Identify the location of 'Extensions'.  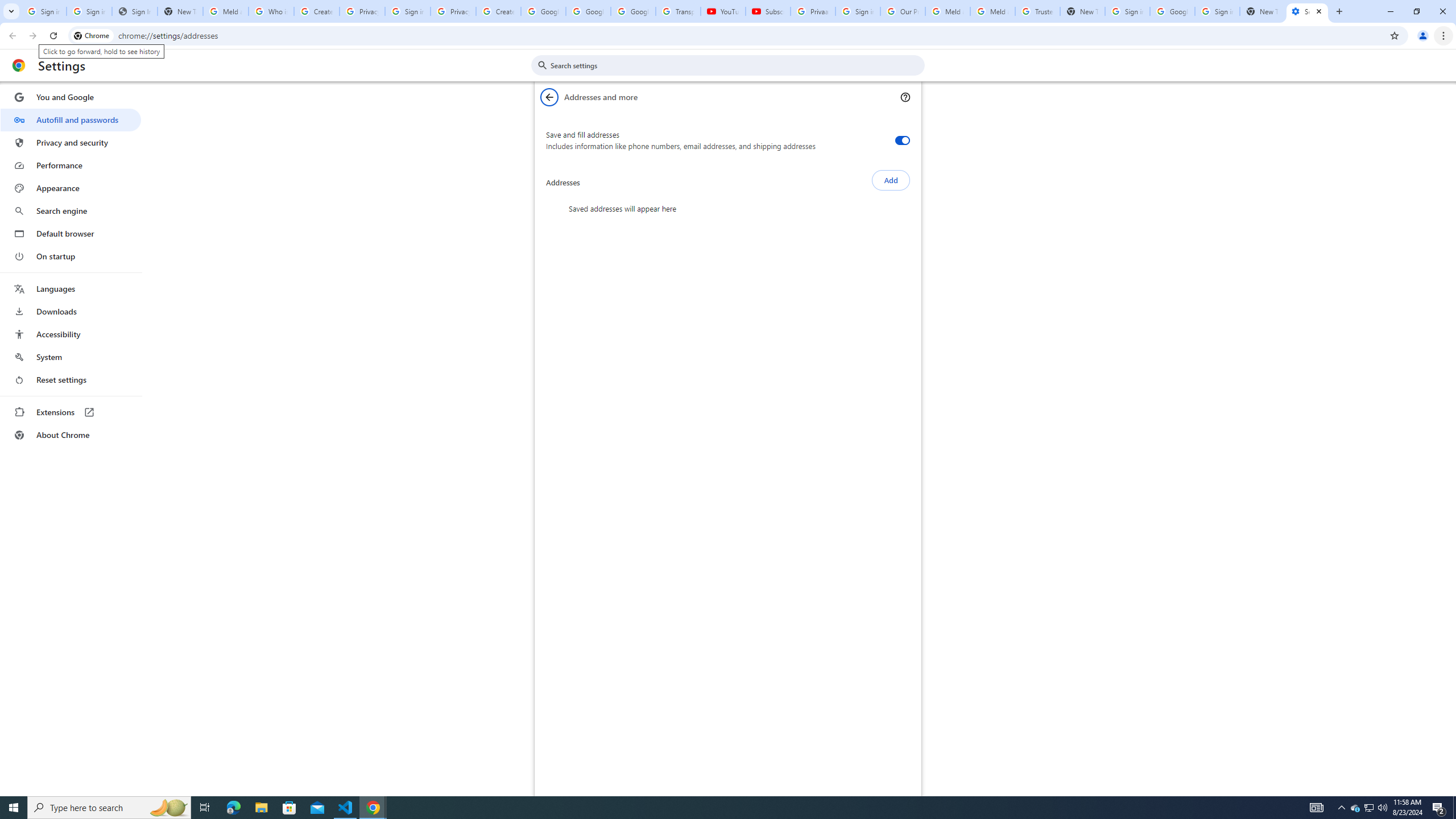
(70, 412).